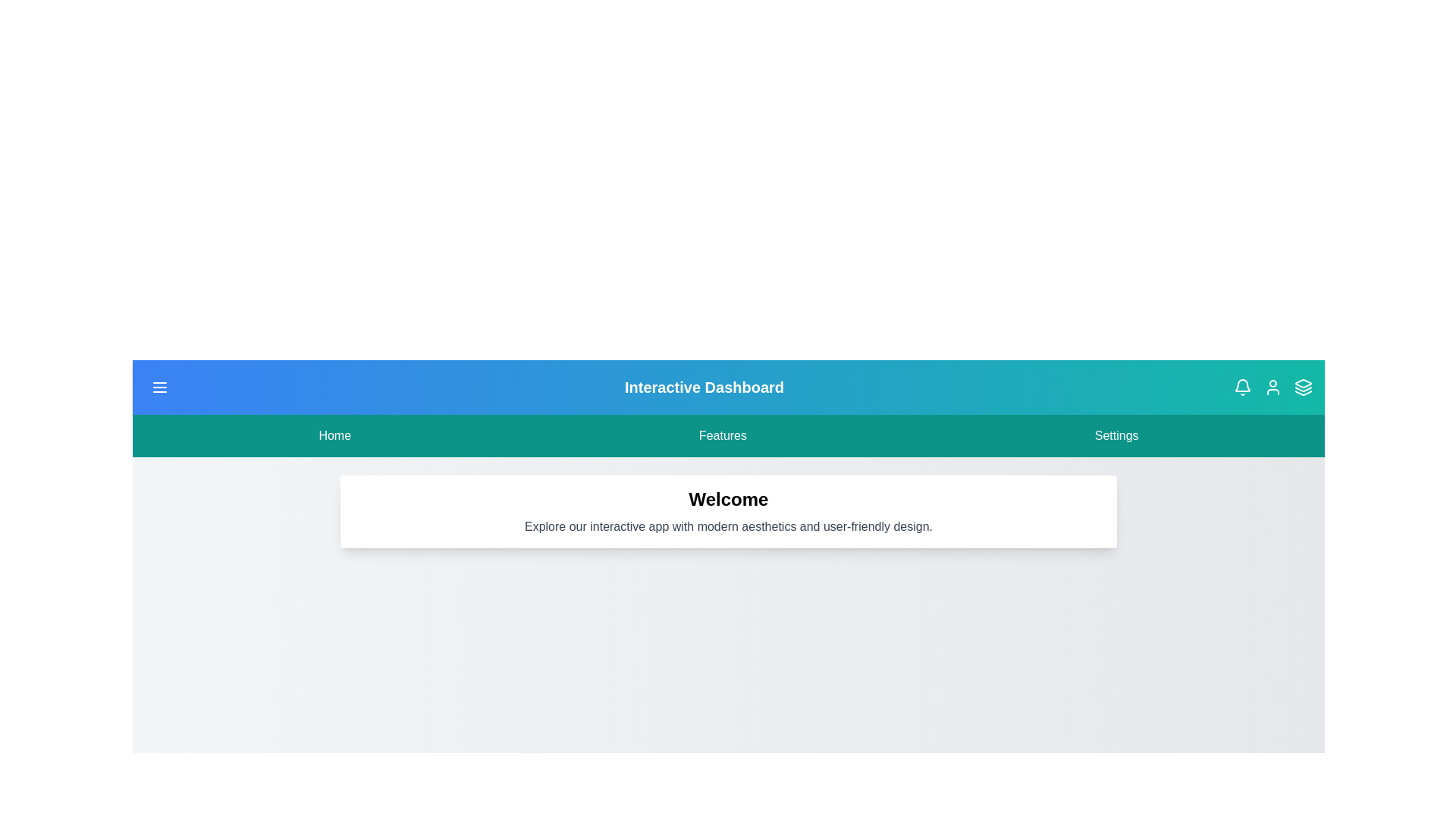 Image resolution: width=1456 pixels, height=819 pixels. What do you see at coordinates (1273, 386) in the screenshot?
I see `the user icon in the header to observe changes or tooltips` at bounding box center [1273, 386].